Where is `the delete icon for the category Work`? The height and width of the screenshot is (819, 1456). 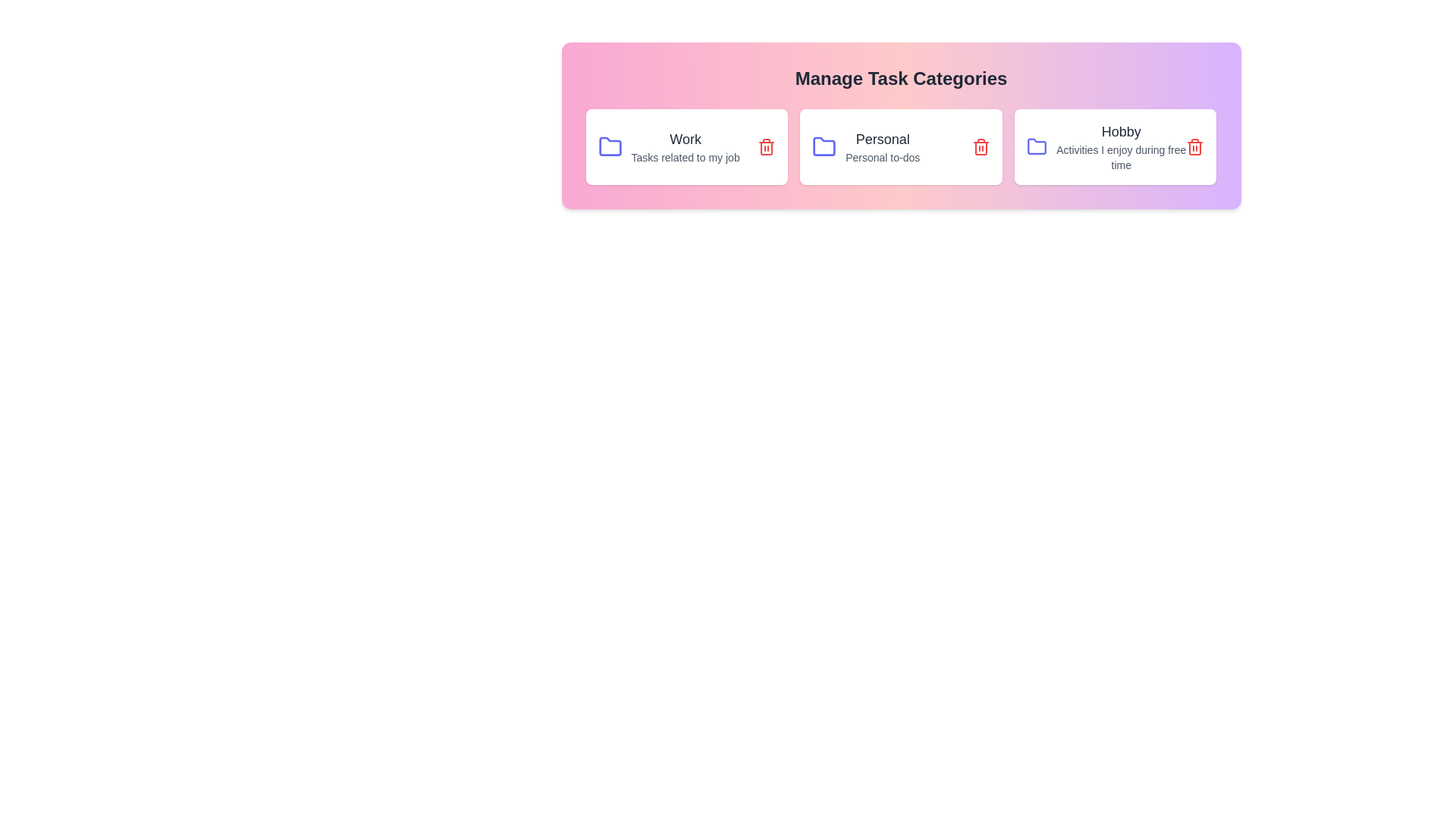 the delete icon for the category Work is located at coordinates (767, 146).